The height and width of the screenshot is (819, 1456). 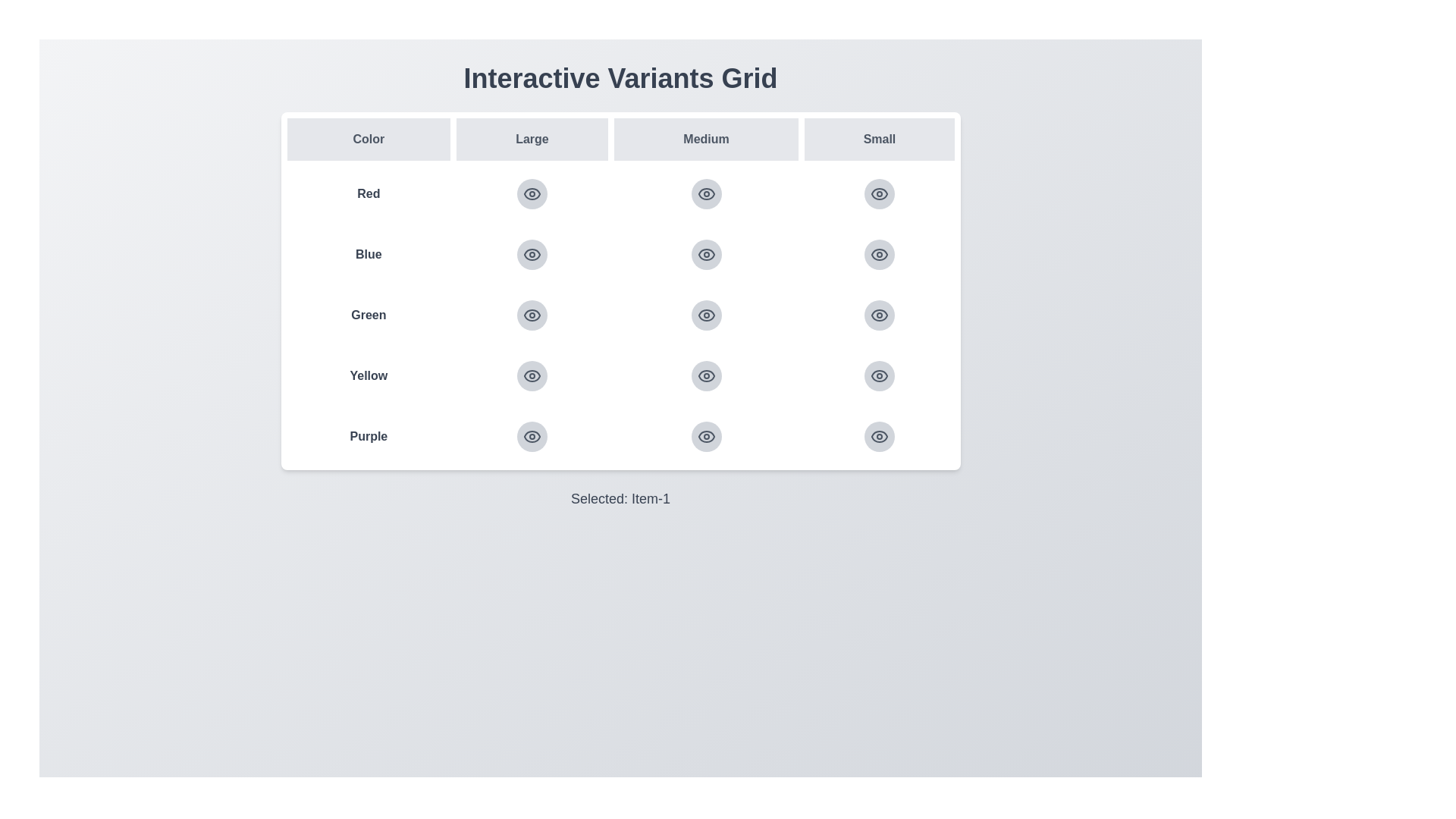 I want to click on the eye icon button located in the fourth row and second column of the grid, so click(x=532, y=375).